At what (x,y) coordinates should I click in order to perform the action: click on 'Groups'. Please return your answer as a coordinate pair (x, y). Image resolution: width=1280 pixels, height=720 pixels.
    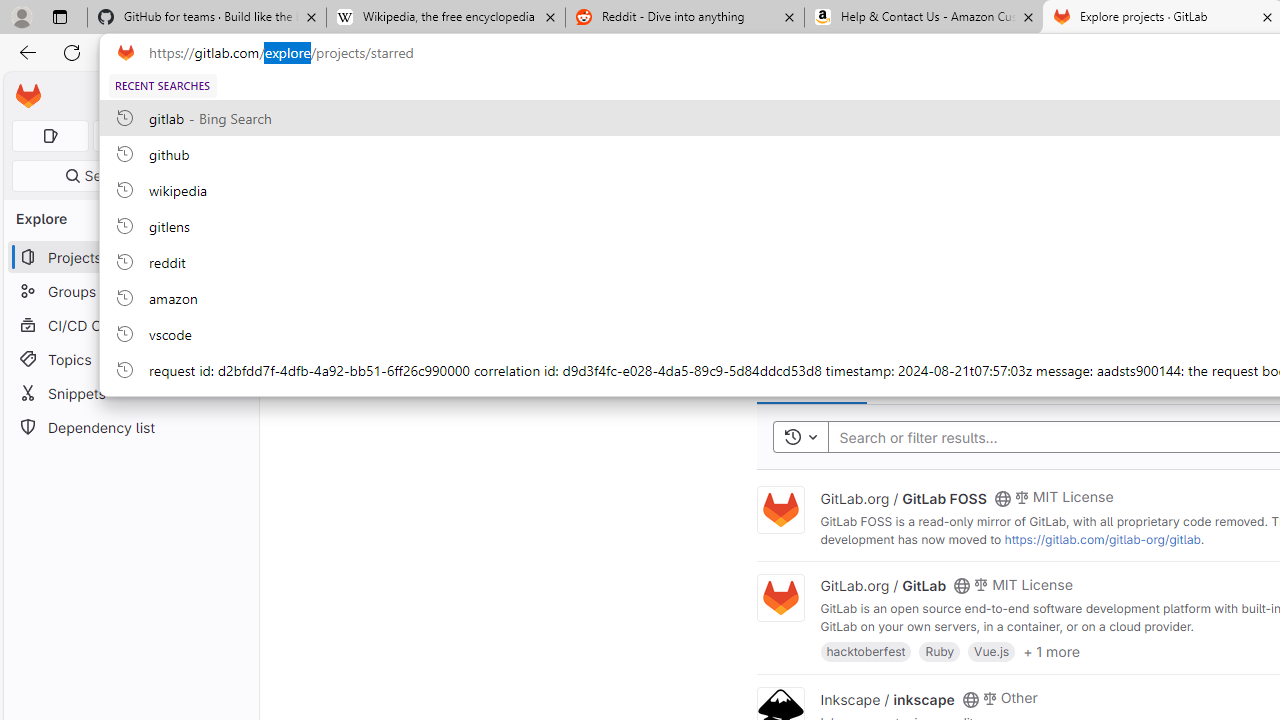
    Looking at the image, I should click on (130, 291).